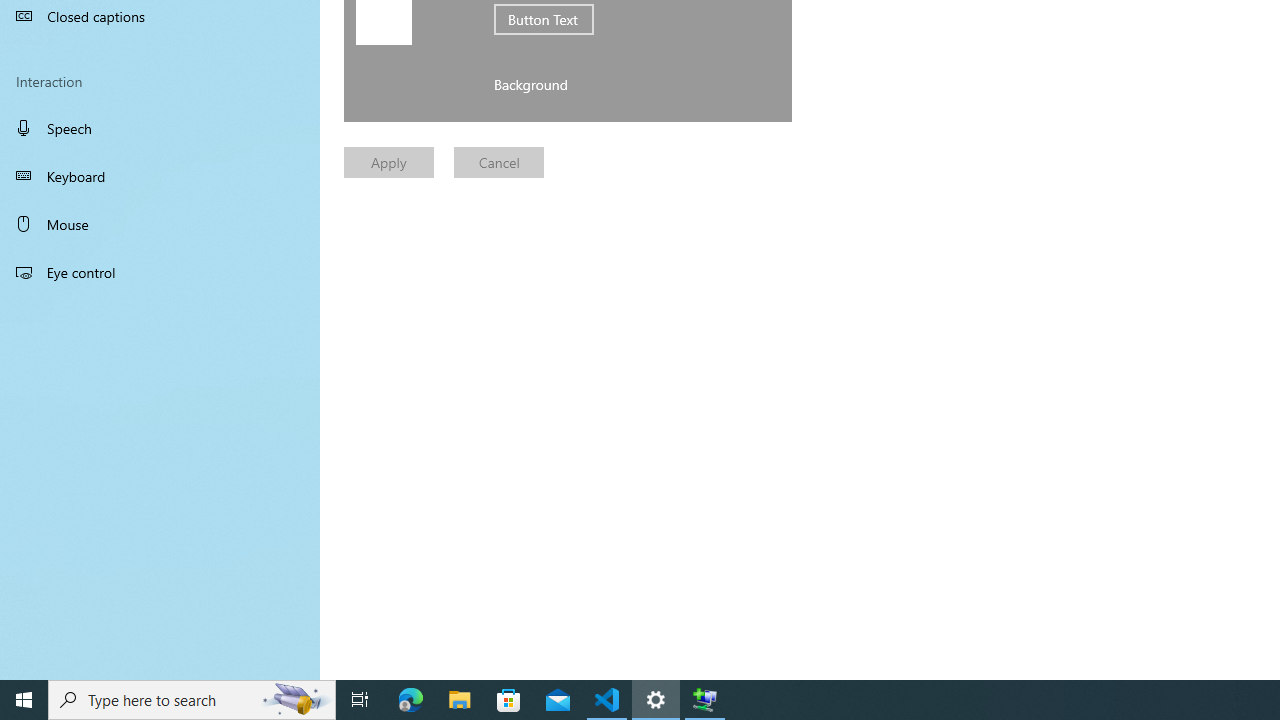 This screenshot has height=720, width=1280. I want to click on 'Visual Studio Code - 1 running window', so click(606, 698).